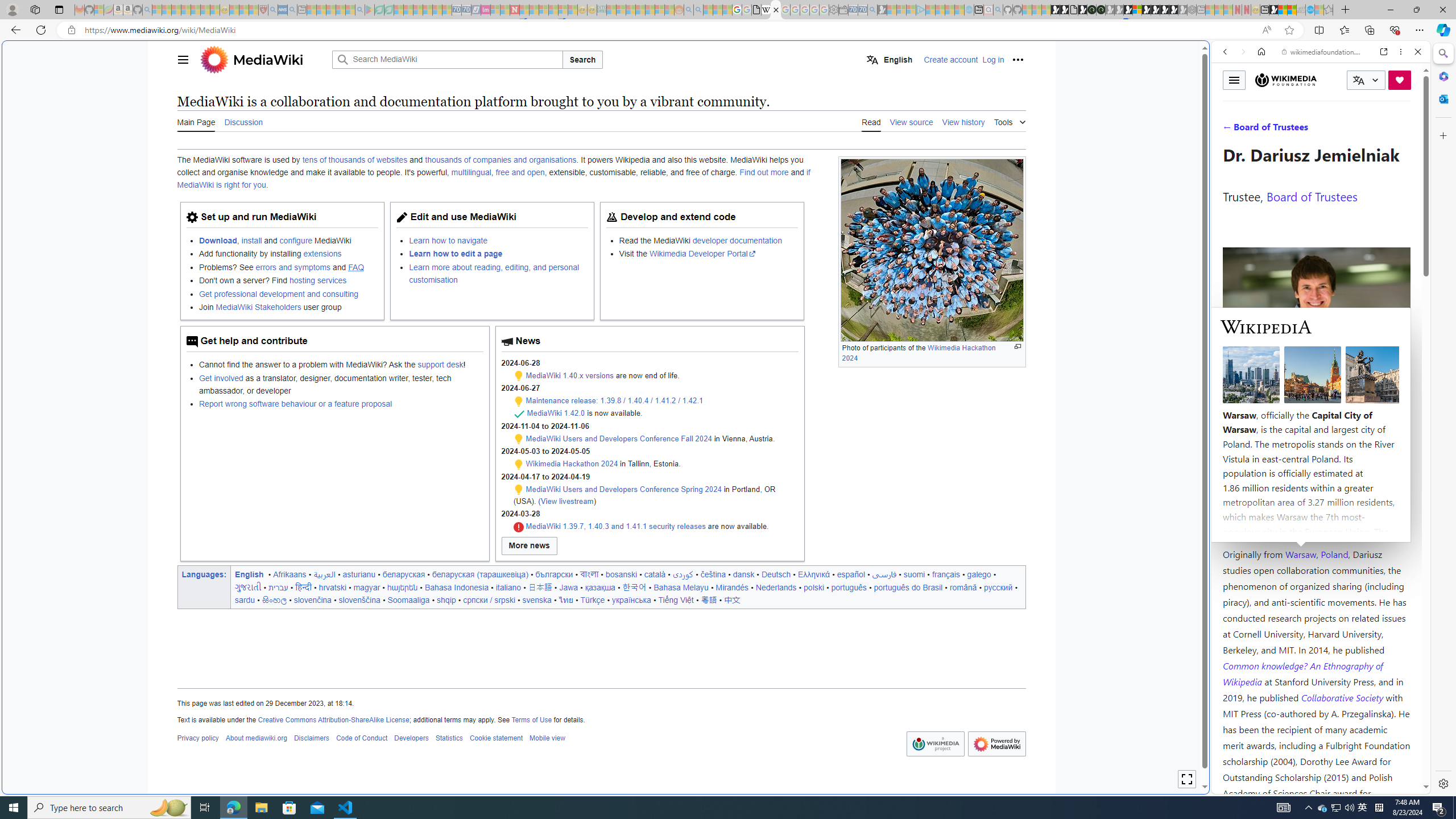 This screenshot has height=819, width=1456. What do you see at coordinates (1300, 9) in the screenshot?
I see `'Navy Quest'` at bounding box center [1300, 9].